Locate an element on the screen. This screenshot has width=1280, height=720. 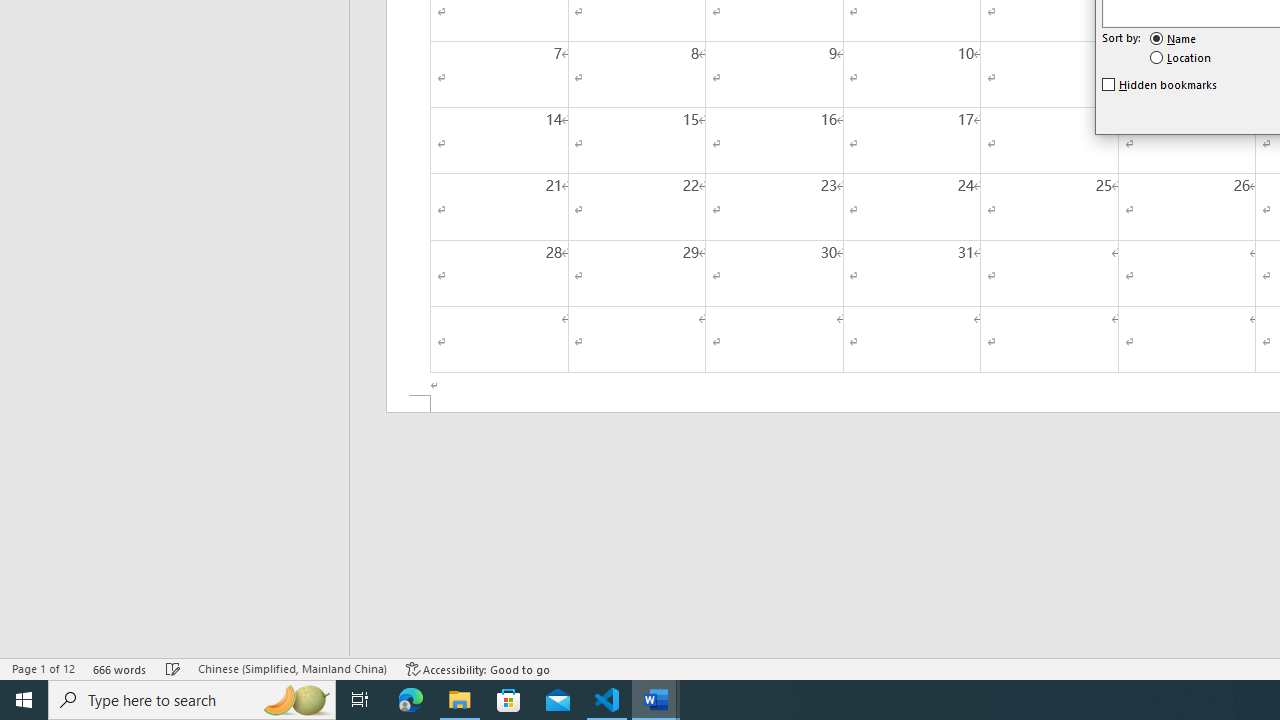
'Spelling and Grammar Check Checking' is located at coordinates (173, 669).